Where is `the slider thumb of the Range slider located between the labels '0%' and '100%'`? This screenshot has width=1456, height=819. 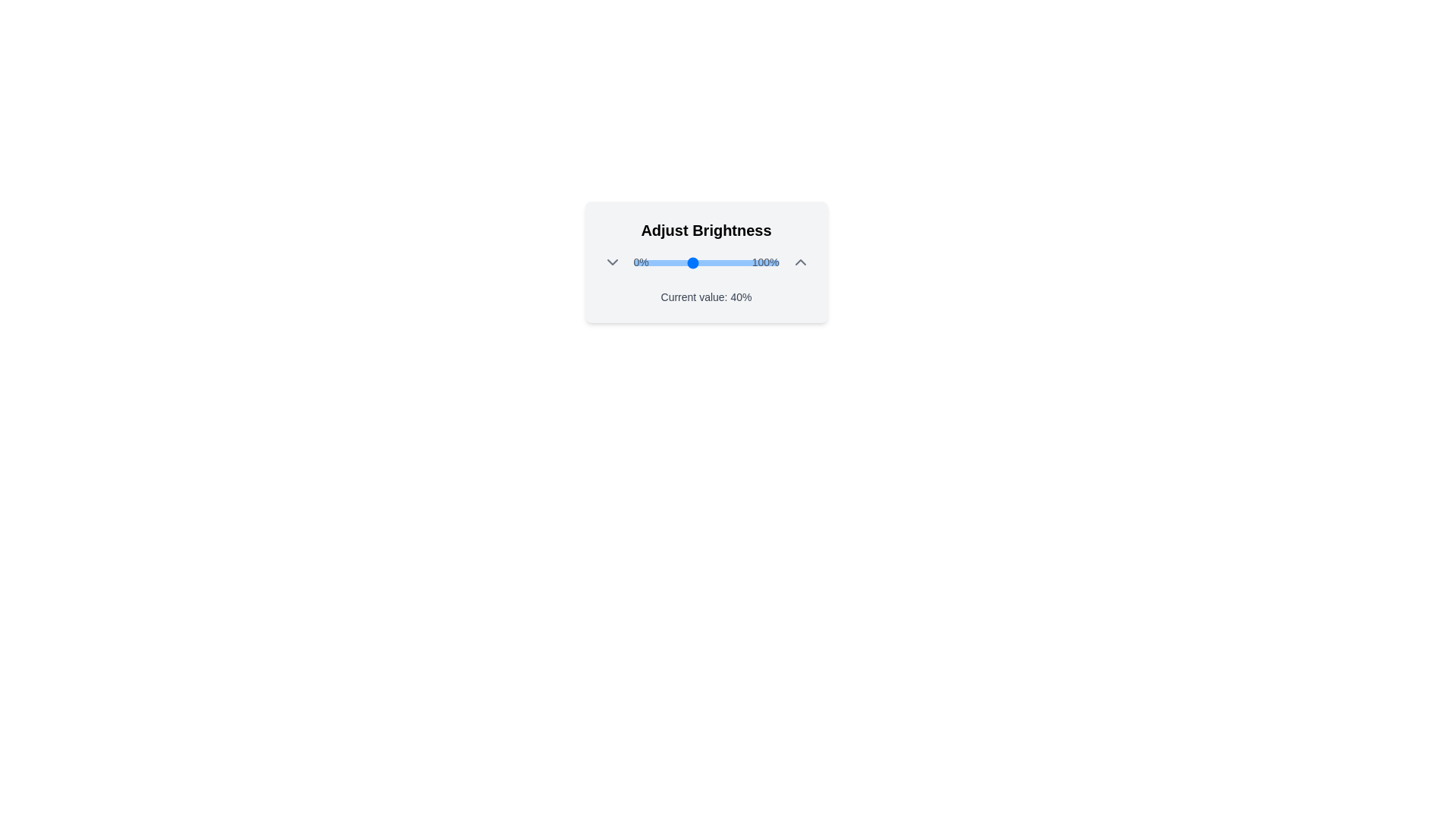
the slider thumb of the Range slider located between the labels '0%' and '100%' is located at coordinates (705, 262).